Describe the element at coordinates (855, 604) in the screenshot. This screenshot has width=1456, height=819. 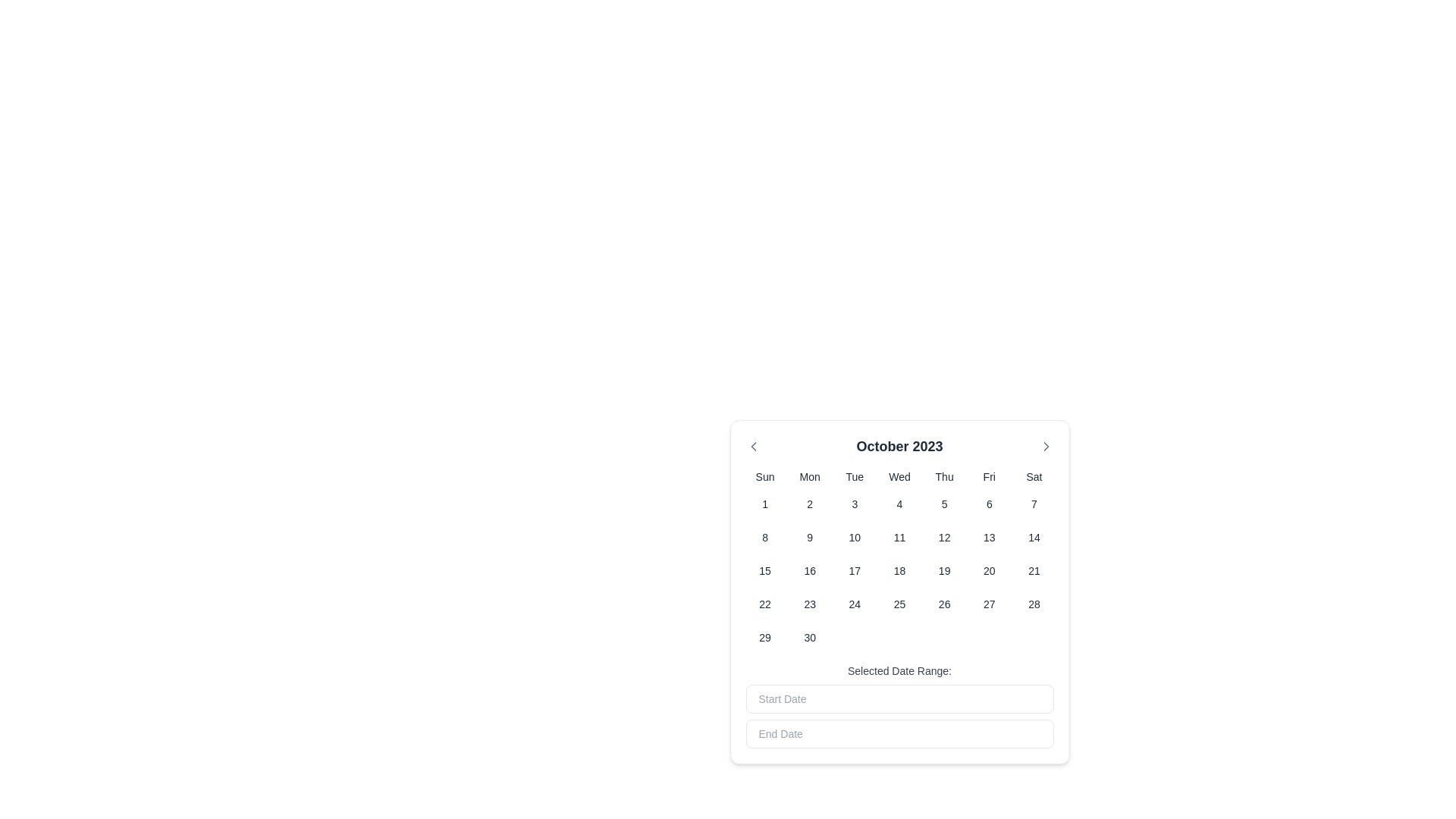
I see `the interactive button displaying the number '24' in the calendar grid` at that location.